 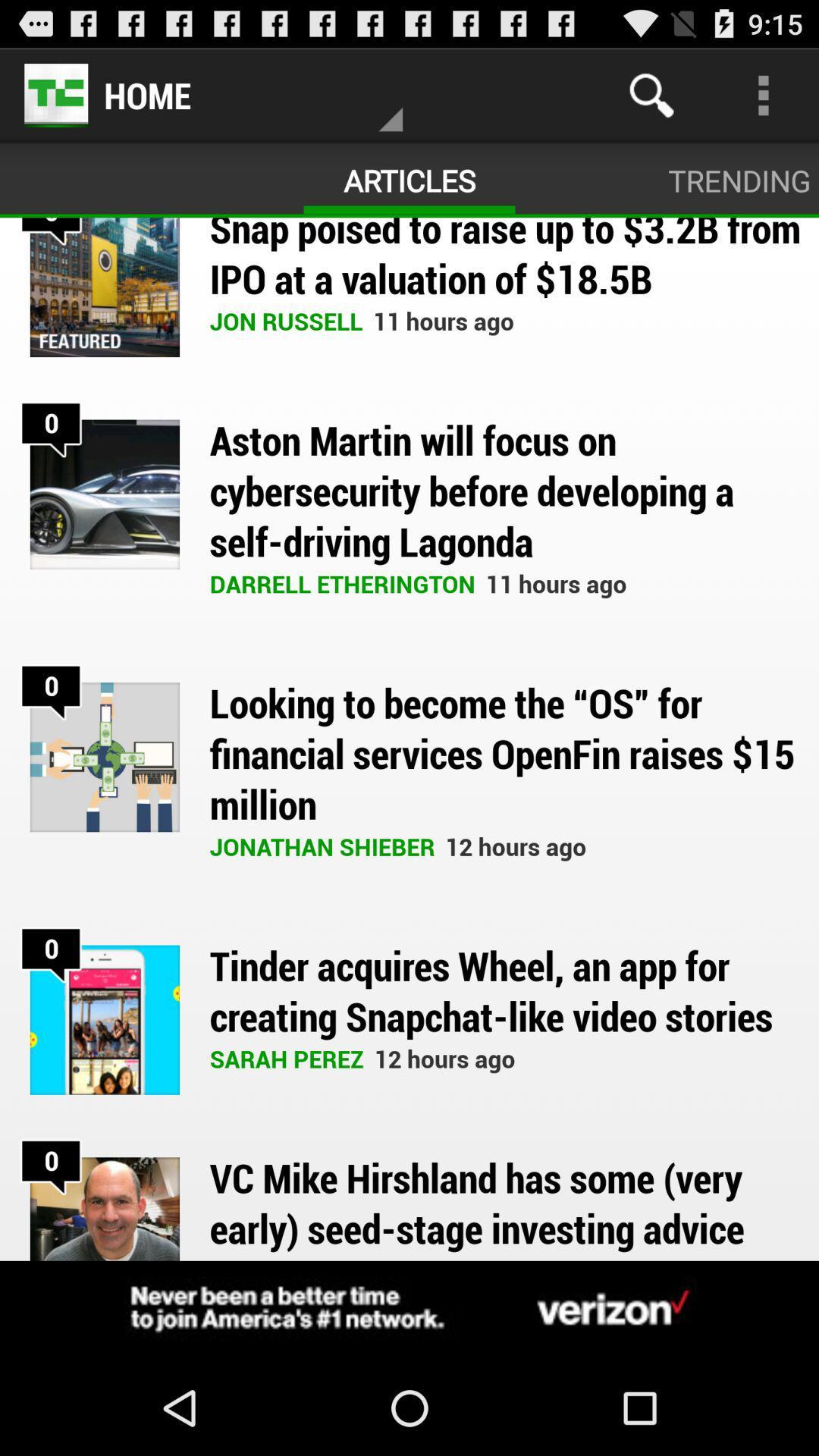 What do you see at coordinates (104, 1020) in the screenshot?
I see `the last but one image in the page` at bounding box center [104, 1020].